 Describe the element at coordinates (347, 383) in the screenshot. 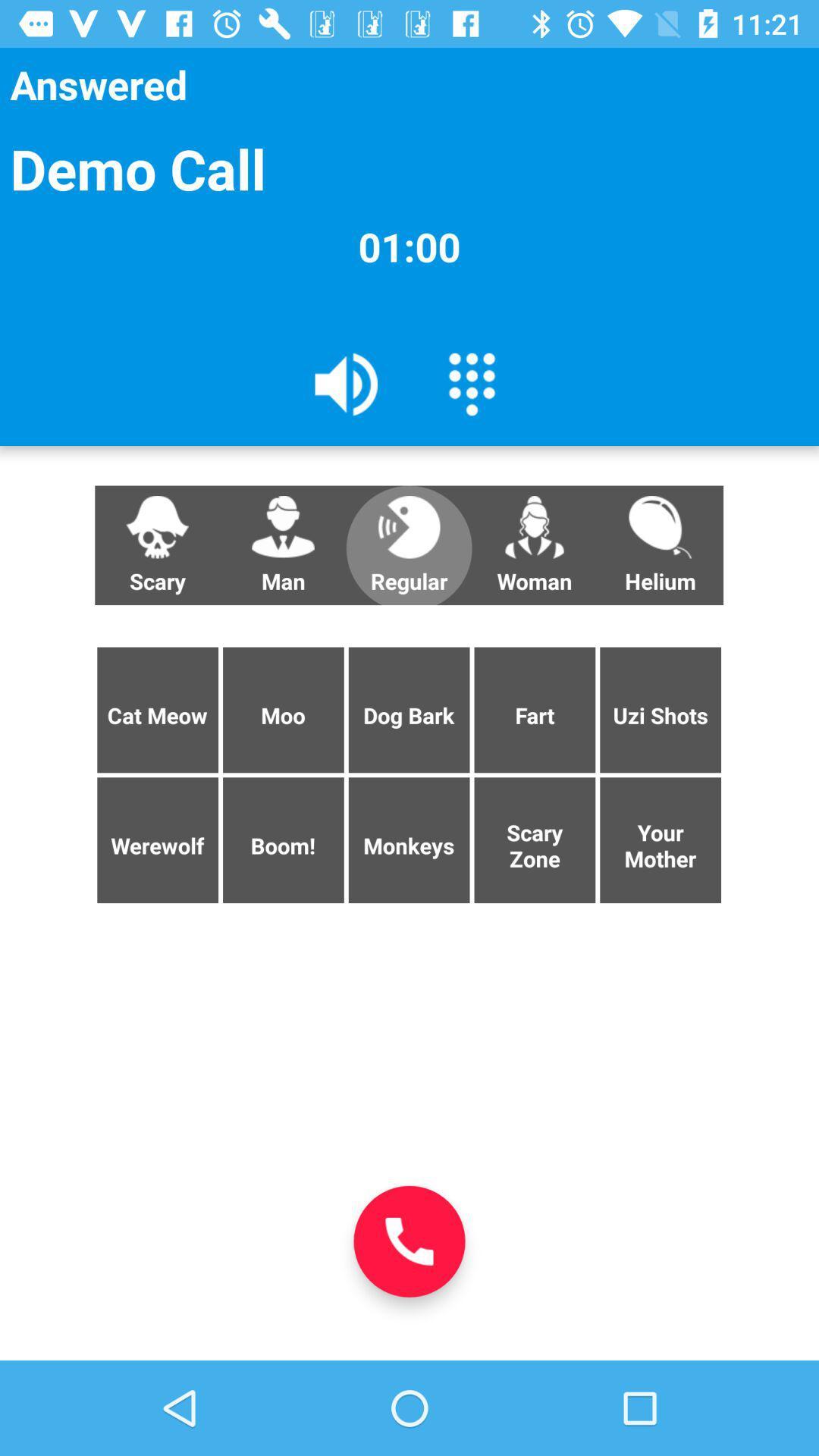

I see `the icon above man icon` at that location.